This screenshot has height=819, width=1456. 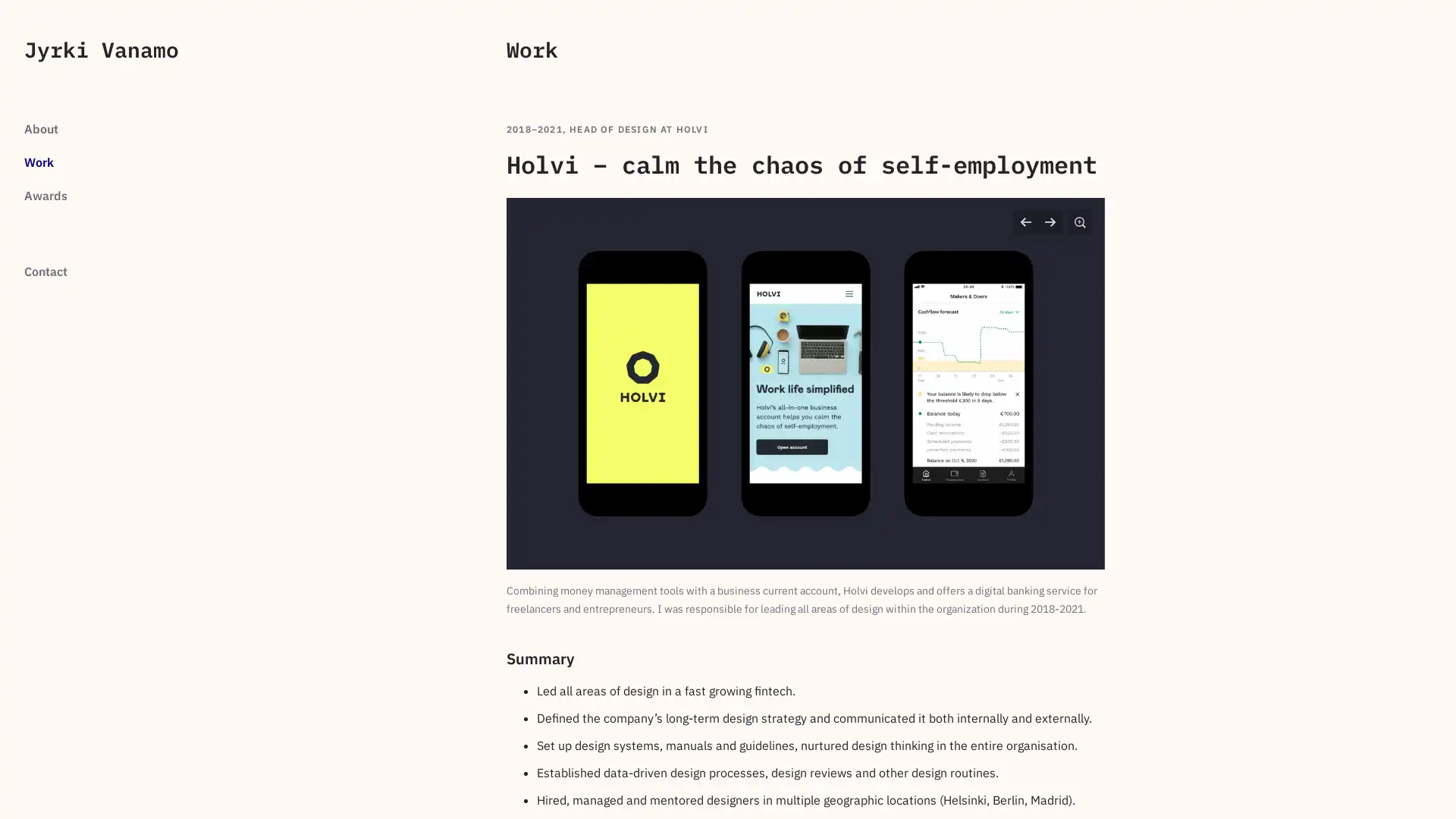 What do you see at coordinates (1080, 222) in the screenshot?
I see `Zoom in` at bounding box center [1080, 222].